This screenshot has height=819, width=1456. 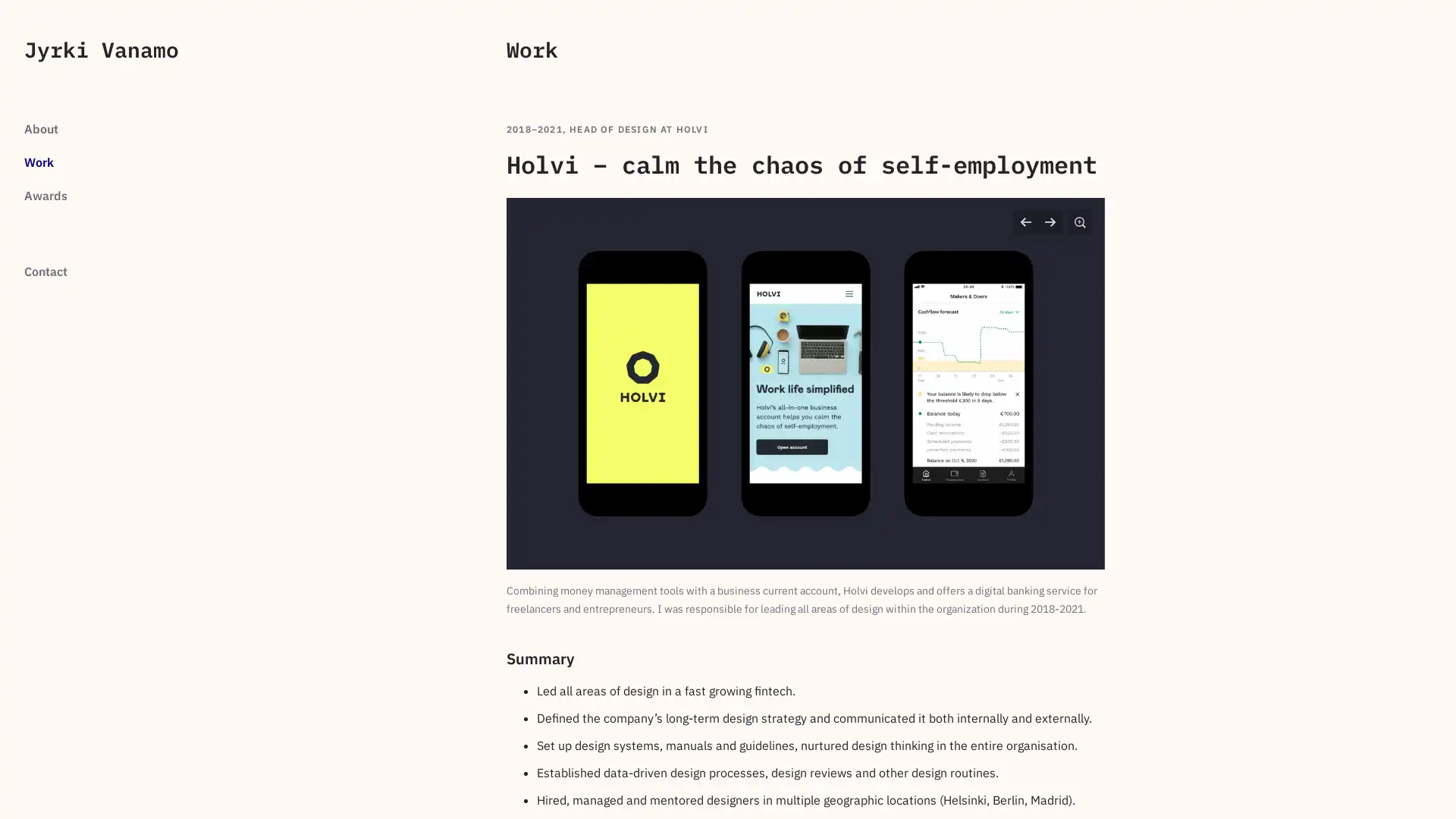 What do you see at coordinates (1080, 222) in the screenshot?
I see `Zoom in` at bounding box center [1080, 222].